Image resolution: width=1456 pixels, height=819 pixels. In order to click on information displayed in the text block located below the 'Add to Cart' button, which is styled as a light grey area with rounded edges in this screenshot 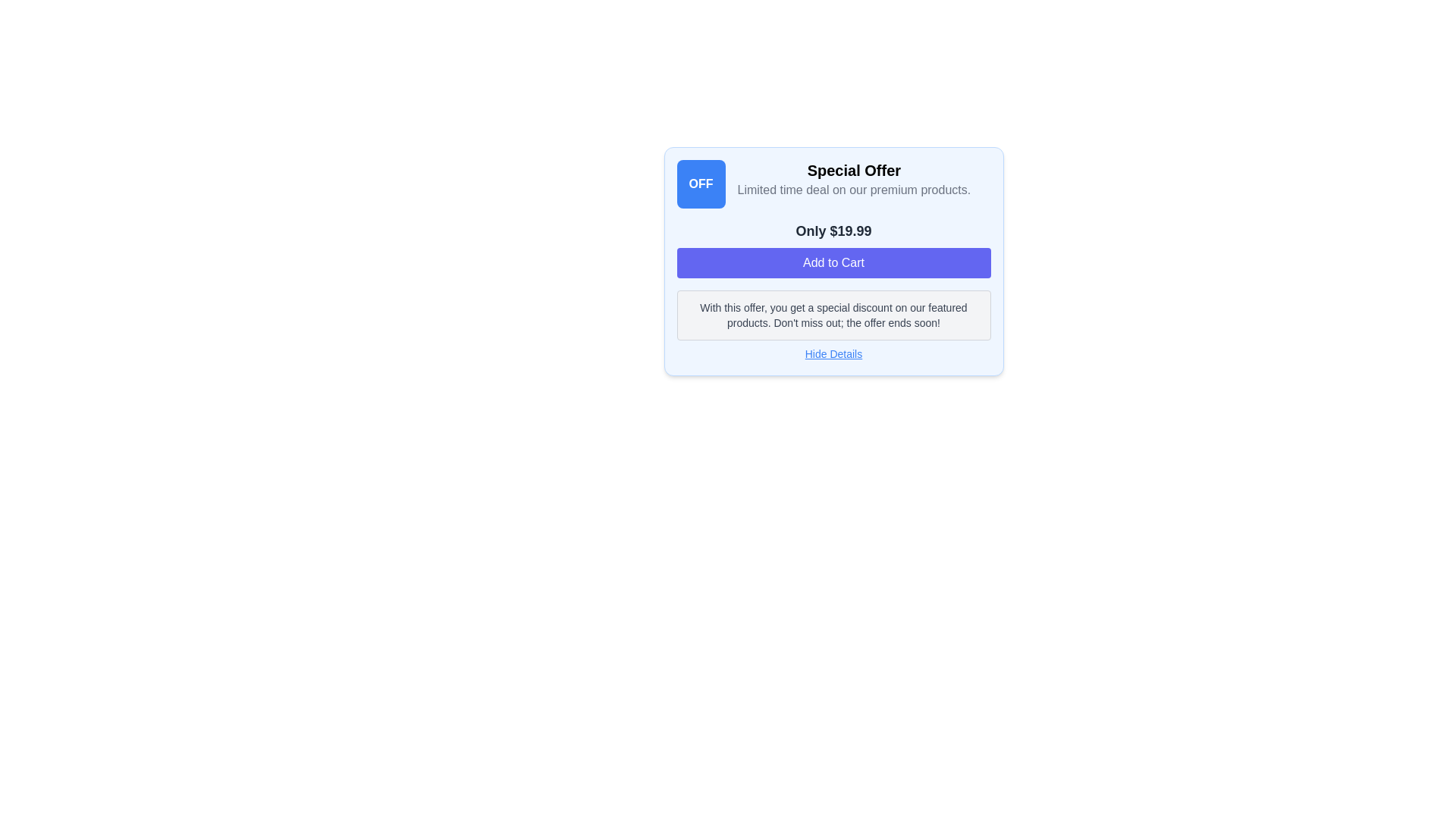, I will do `click(833, 315)`.